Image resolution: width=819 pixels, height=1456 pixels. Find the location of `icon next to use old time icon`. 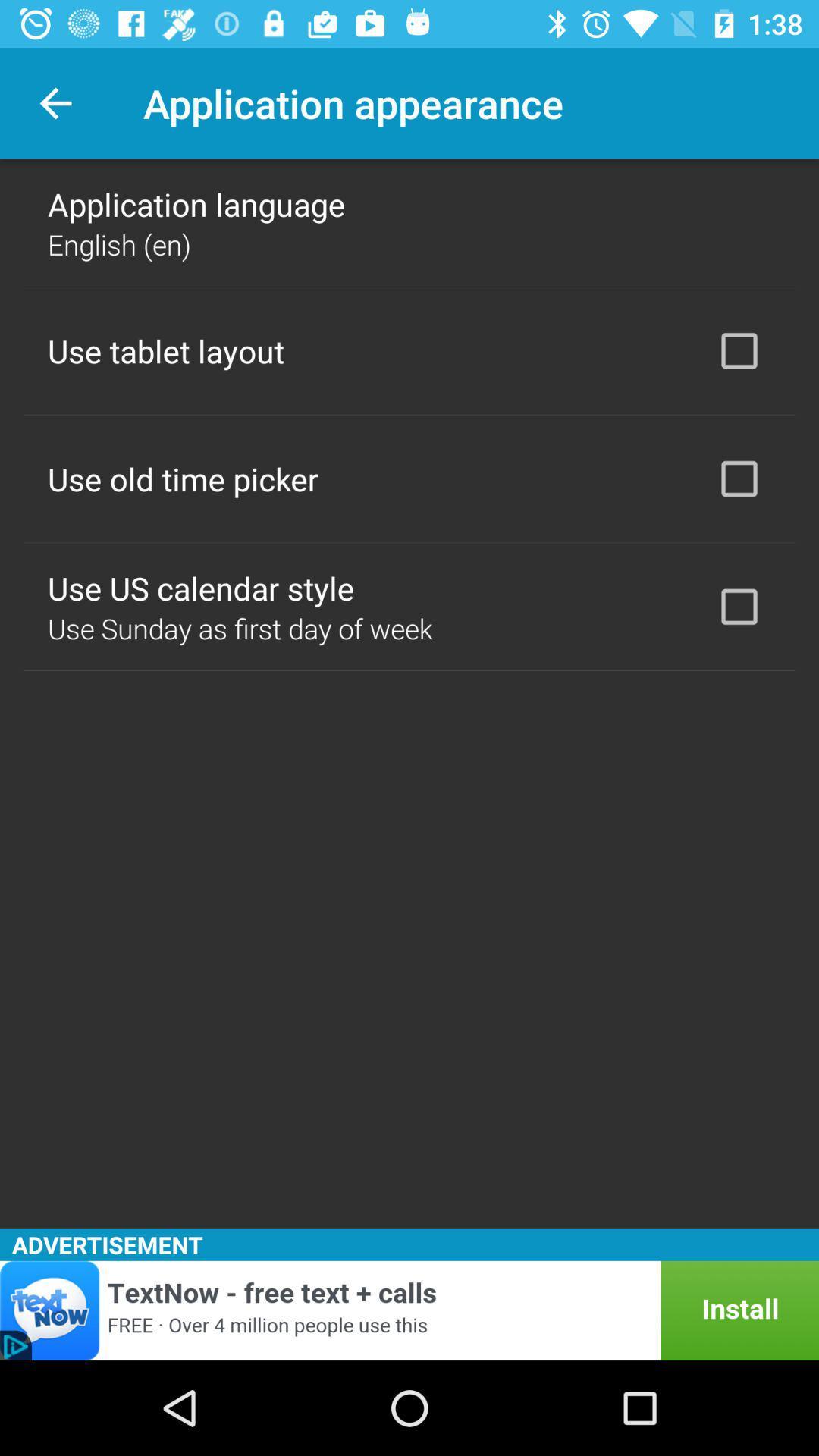

icon next to use old time icon is located at coordinates (739, 478).